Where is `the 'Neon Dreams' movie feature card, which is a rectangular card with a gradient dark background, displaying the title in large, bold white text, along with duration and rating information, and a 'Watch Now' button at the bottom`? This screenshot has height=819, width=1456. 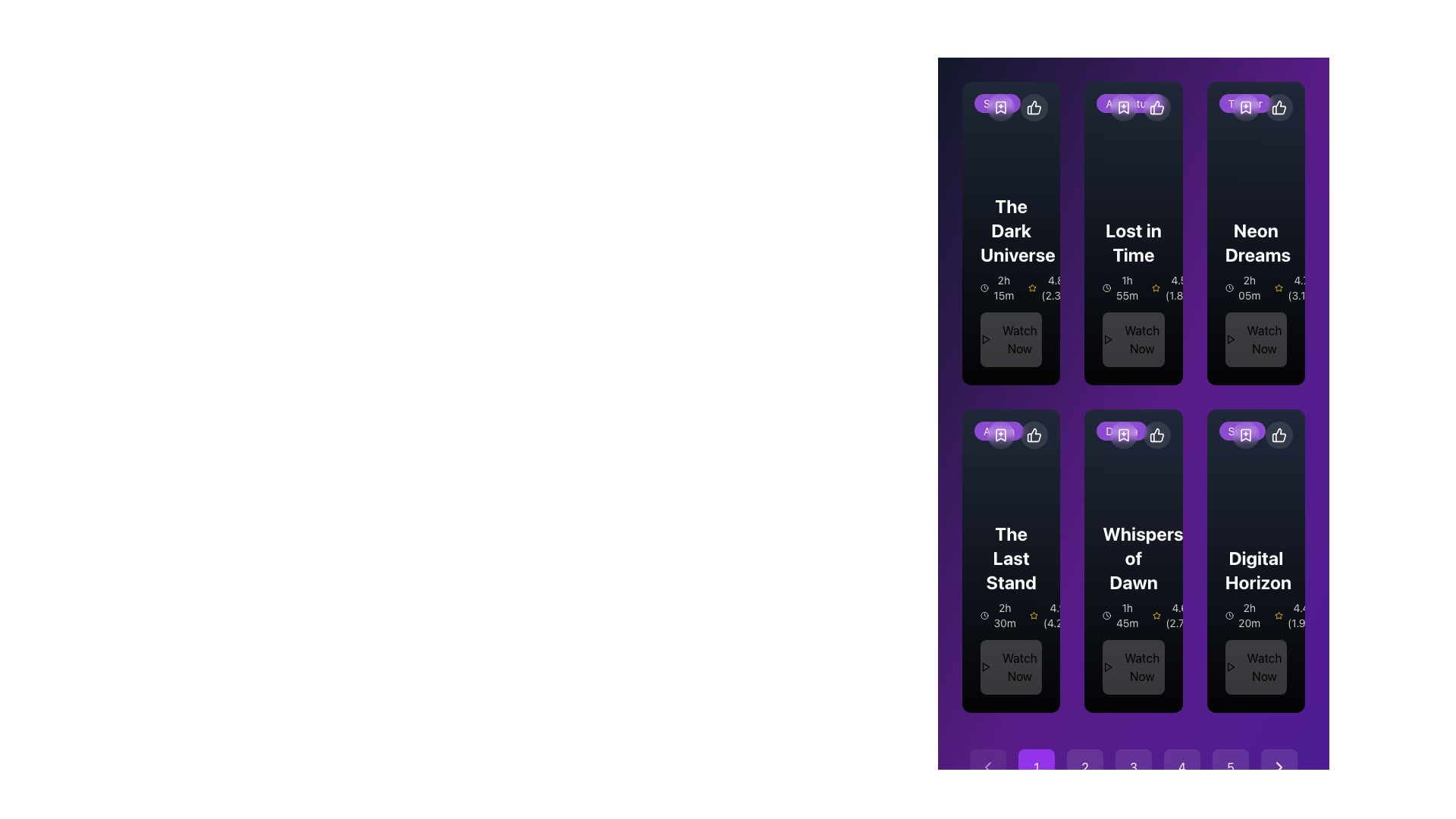 the 'Neon Dreams' movie feature card, which is a rectangular card with a gradient dark background, displaying the title in large, bold white text, along with duration and rating information, and a 'Watch Now' button at the bottom is located at coordinates (1256, 234).